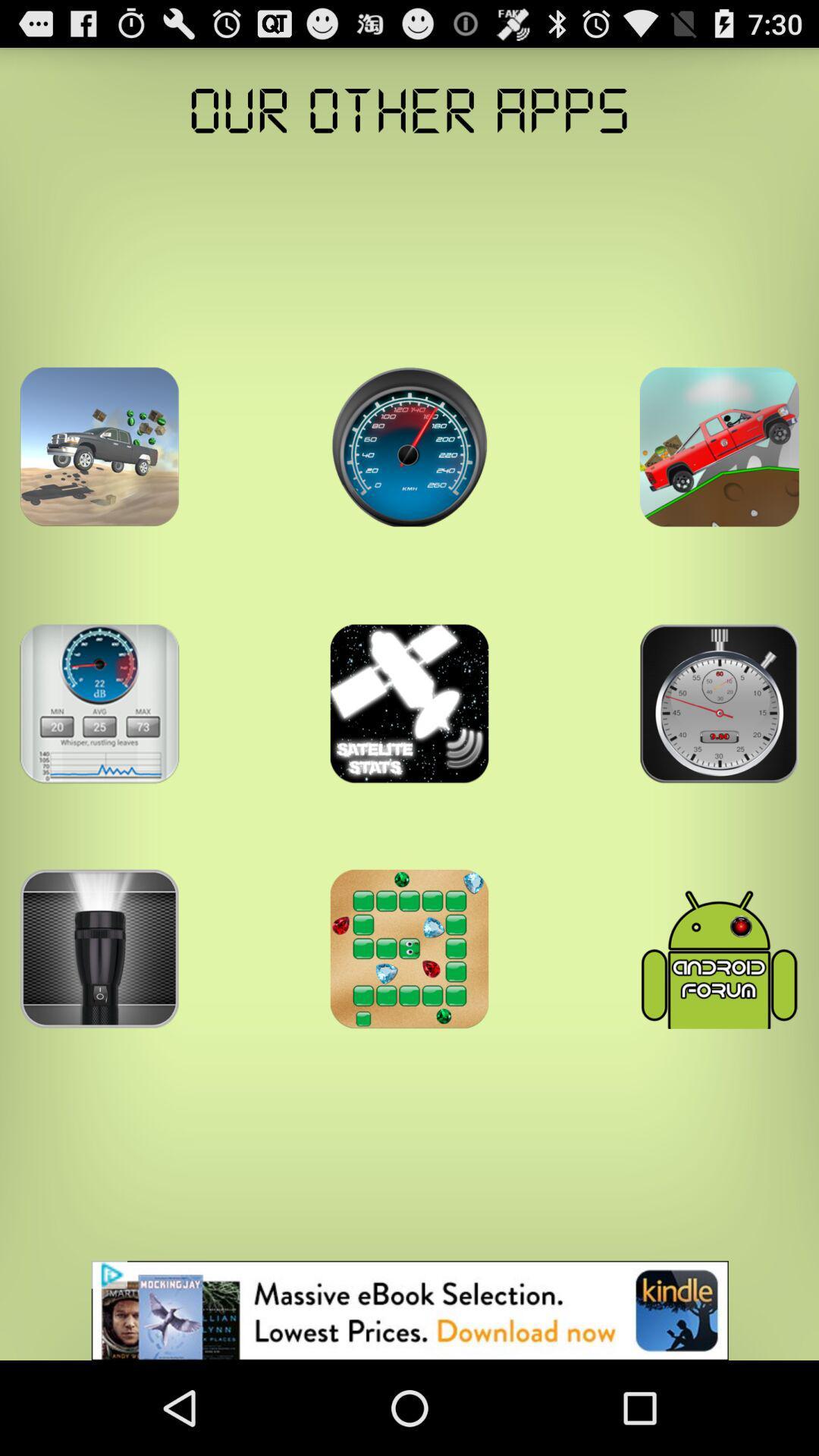 The width and height of the screenshot is (819, 1456). I want to click on opens displayed app in appstore, so click(99, 446).